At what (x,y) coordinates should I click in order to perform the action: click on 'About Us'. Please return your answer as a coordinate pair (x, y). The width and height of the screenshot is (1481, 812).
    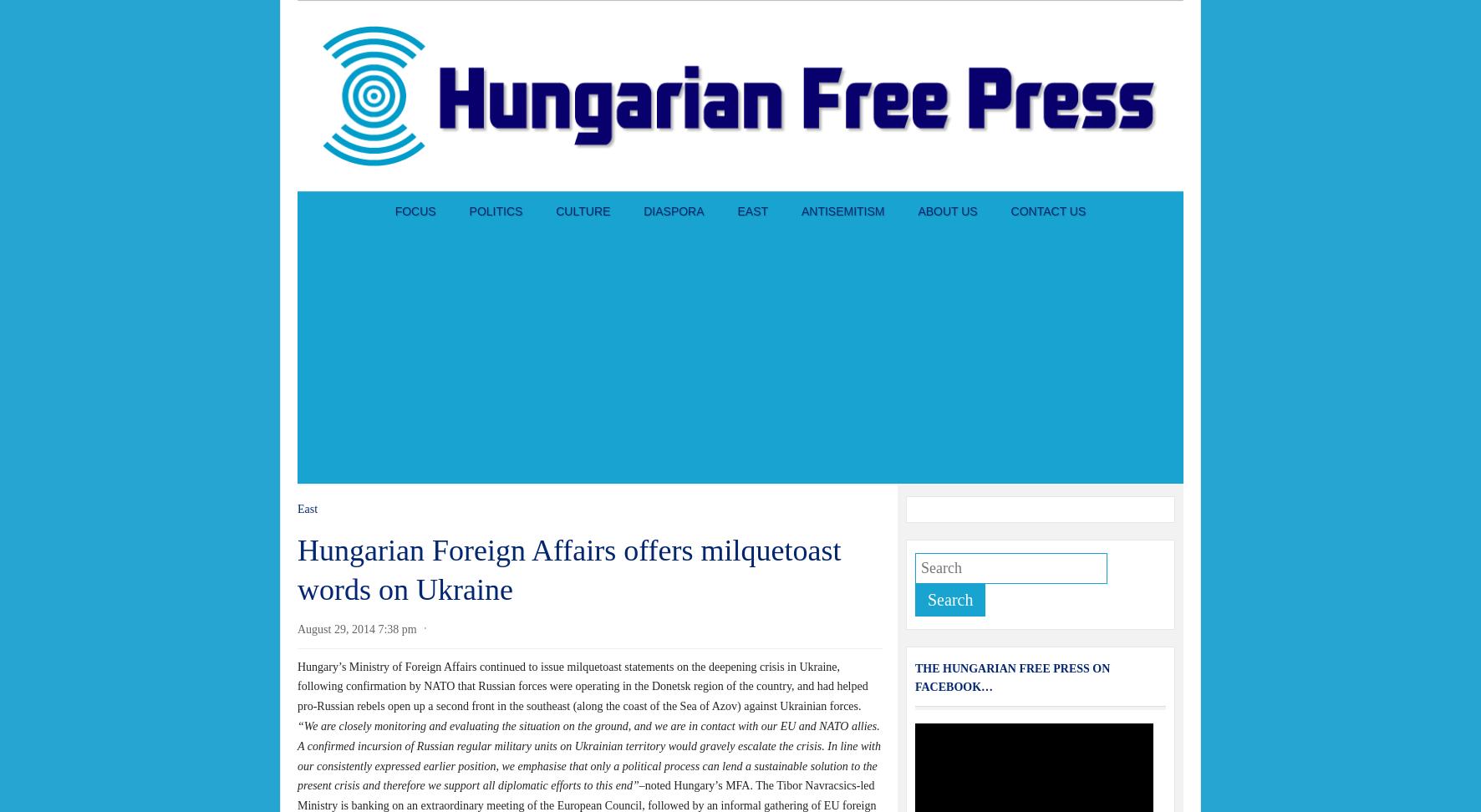
    Looking at the image, I should click on (917, 211).